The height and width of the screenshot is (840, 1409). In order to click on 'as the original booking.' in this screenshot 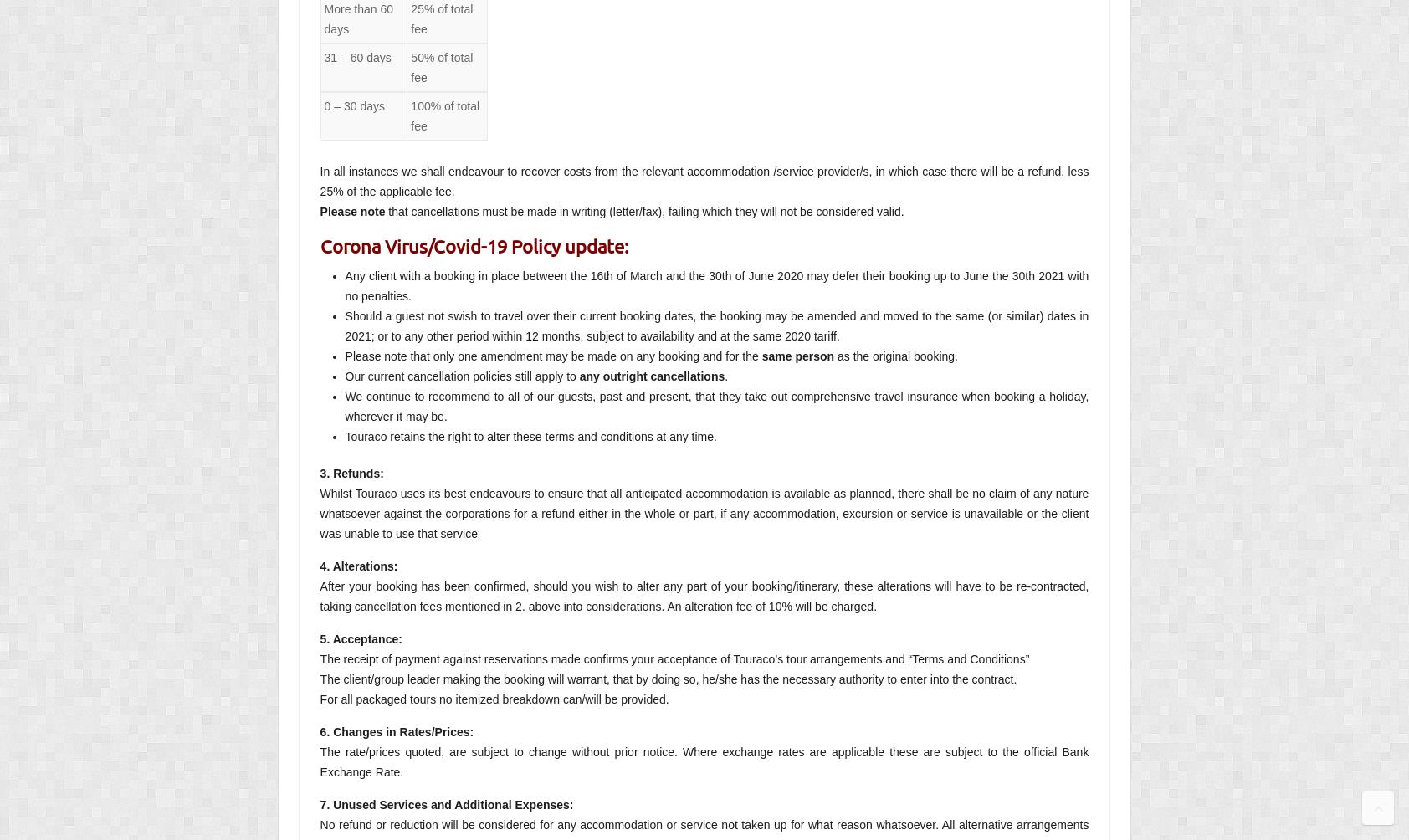, I will do `click(895, 355)`.